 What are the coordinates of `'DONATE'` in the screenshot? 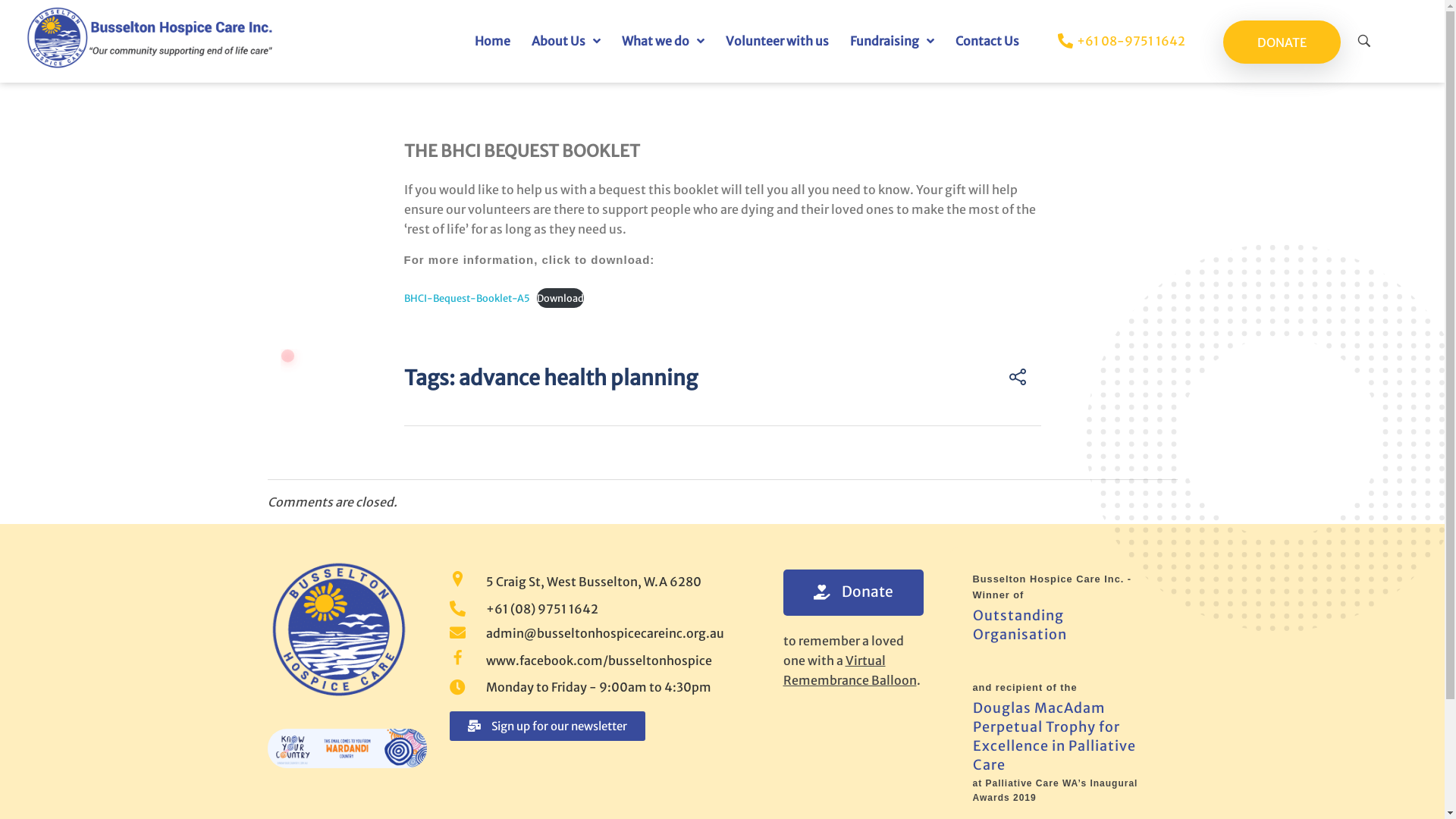 It's located at (1281, 41).